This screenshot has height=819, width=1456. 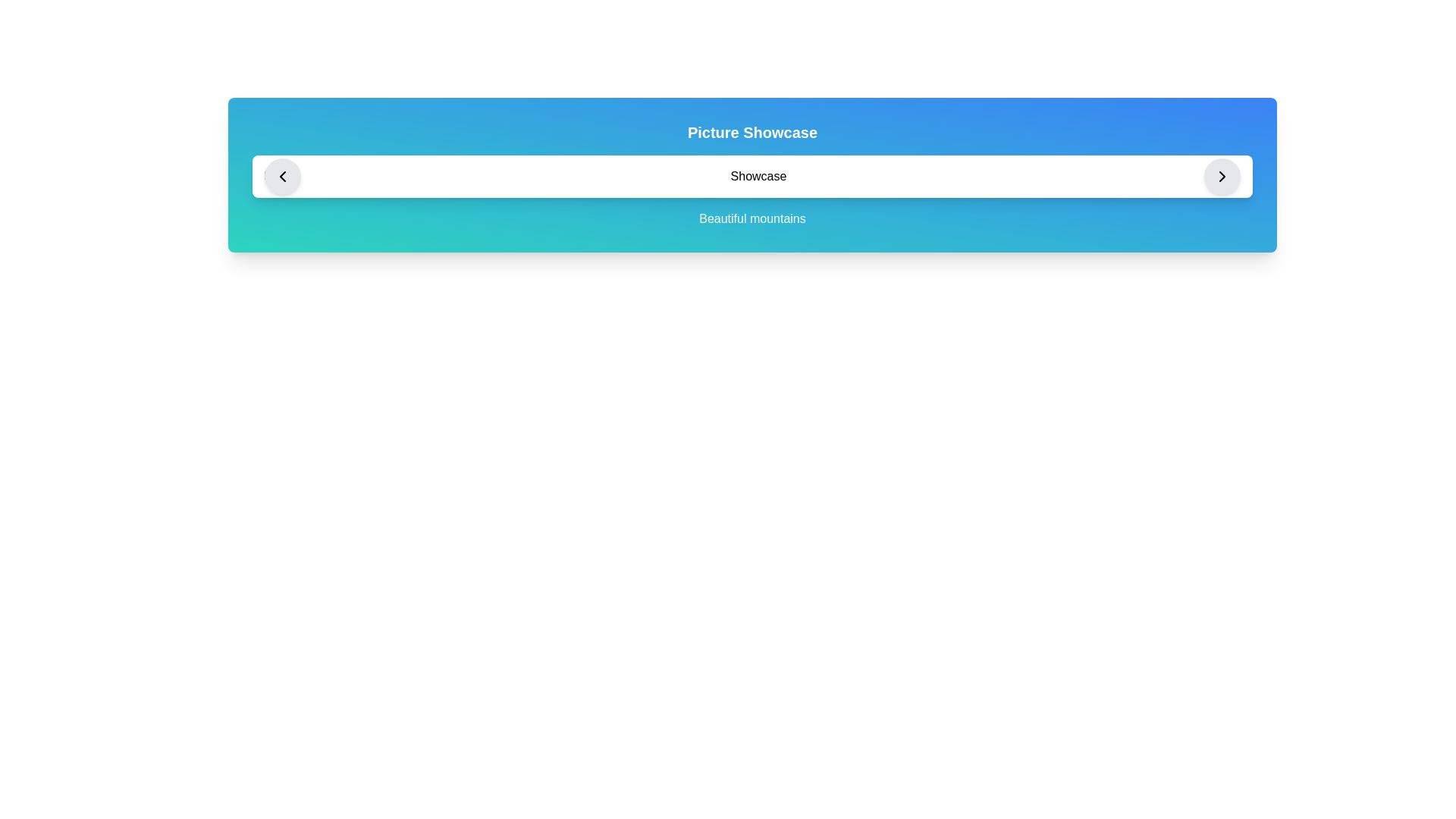 I want to click on the SVG Chevron icon located inside the circular button on the far right of the horizontal bar, so click(x=1222, y=175).